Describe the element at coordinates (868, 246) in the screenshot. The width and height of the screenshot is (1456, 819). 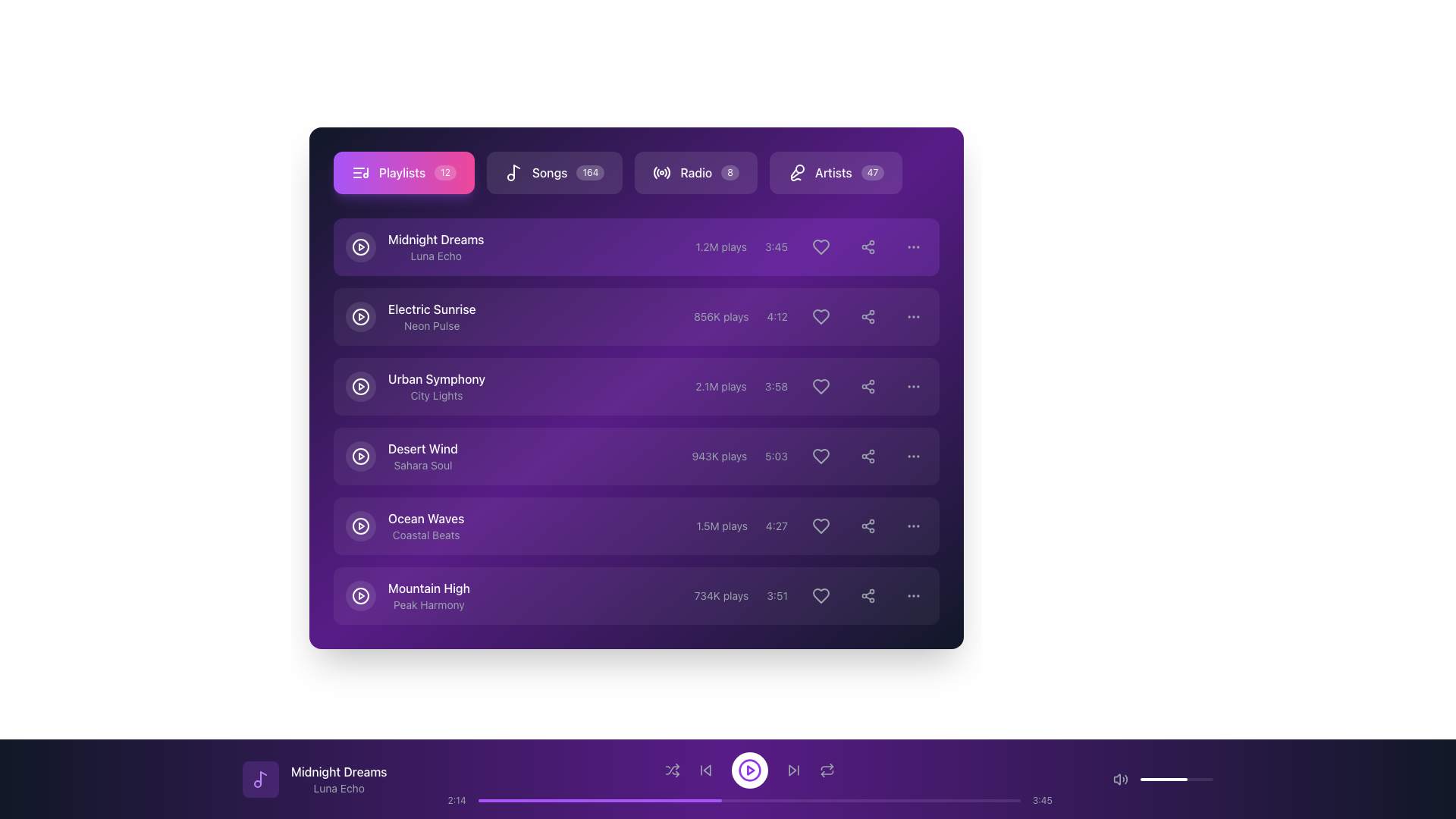
I see `the share icon, which resembles a triangular pattern of three connected circles, located next to the heart icon in the 'Midnight Dreams' playlist row` at that location.